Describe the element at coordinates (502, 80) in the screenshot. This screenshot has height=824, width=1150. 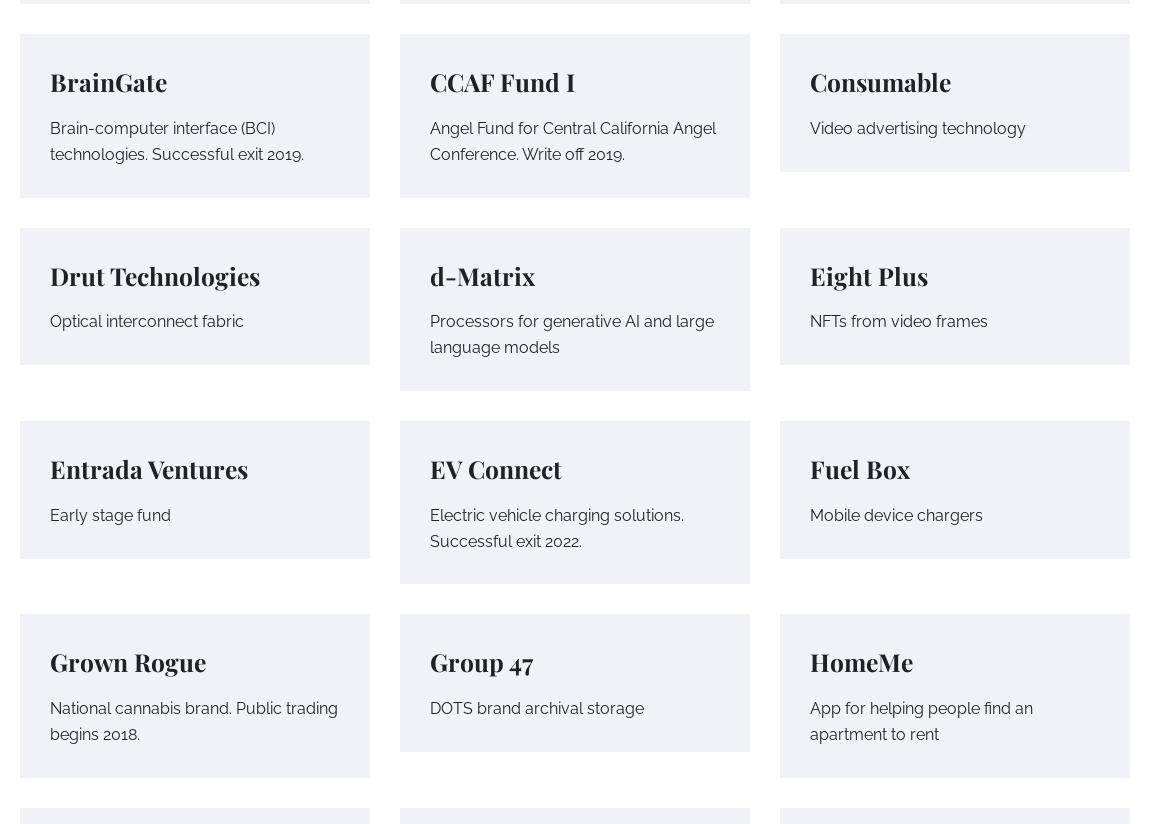
I see `'CCAF Fund I'` at that location.